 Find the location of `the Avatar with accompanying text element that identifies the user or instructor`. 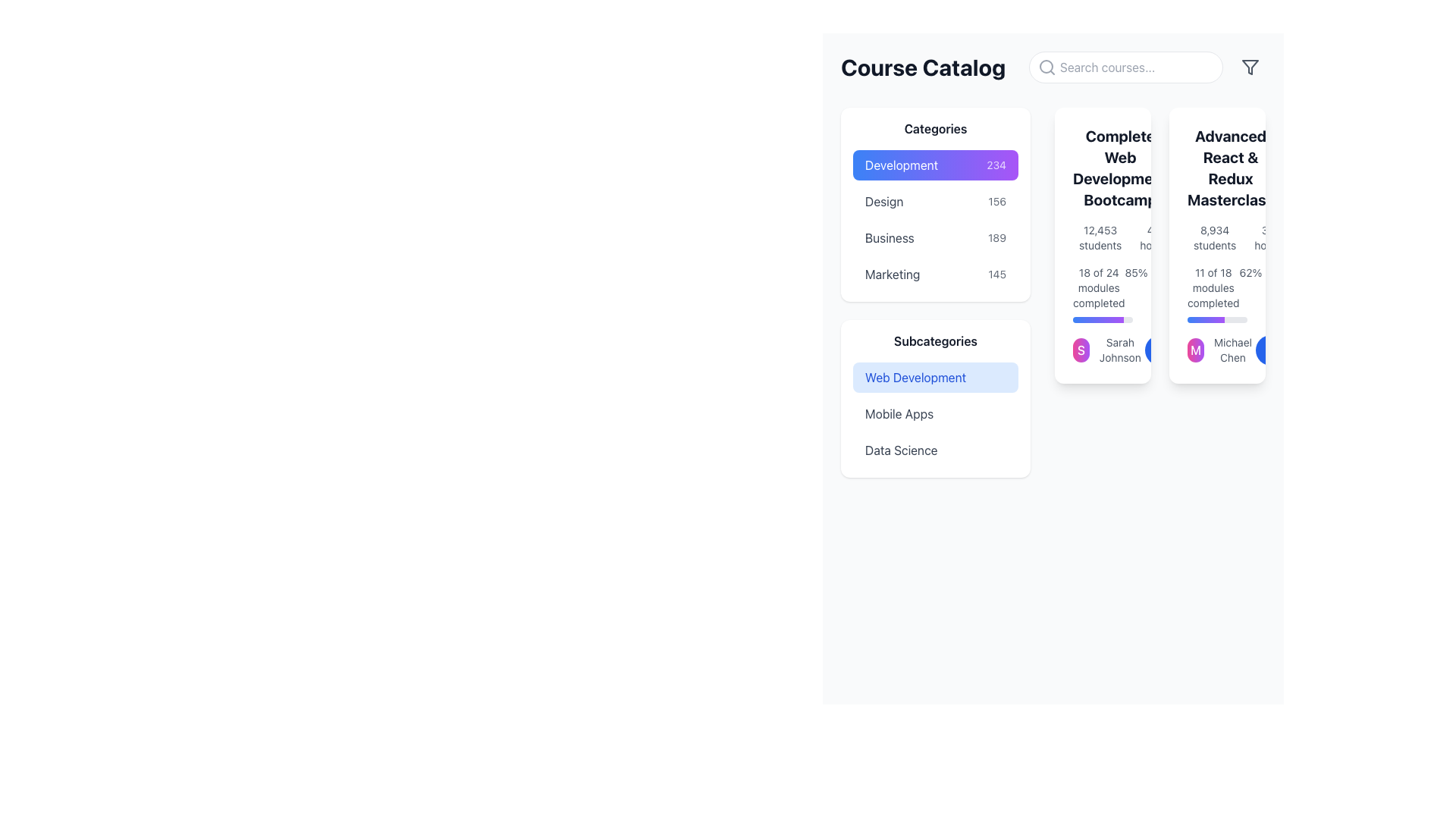

the Avatar with accompanying text element that identifies the user or instructor is located at coordinates (1220, 350).